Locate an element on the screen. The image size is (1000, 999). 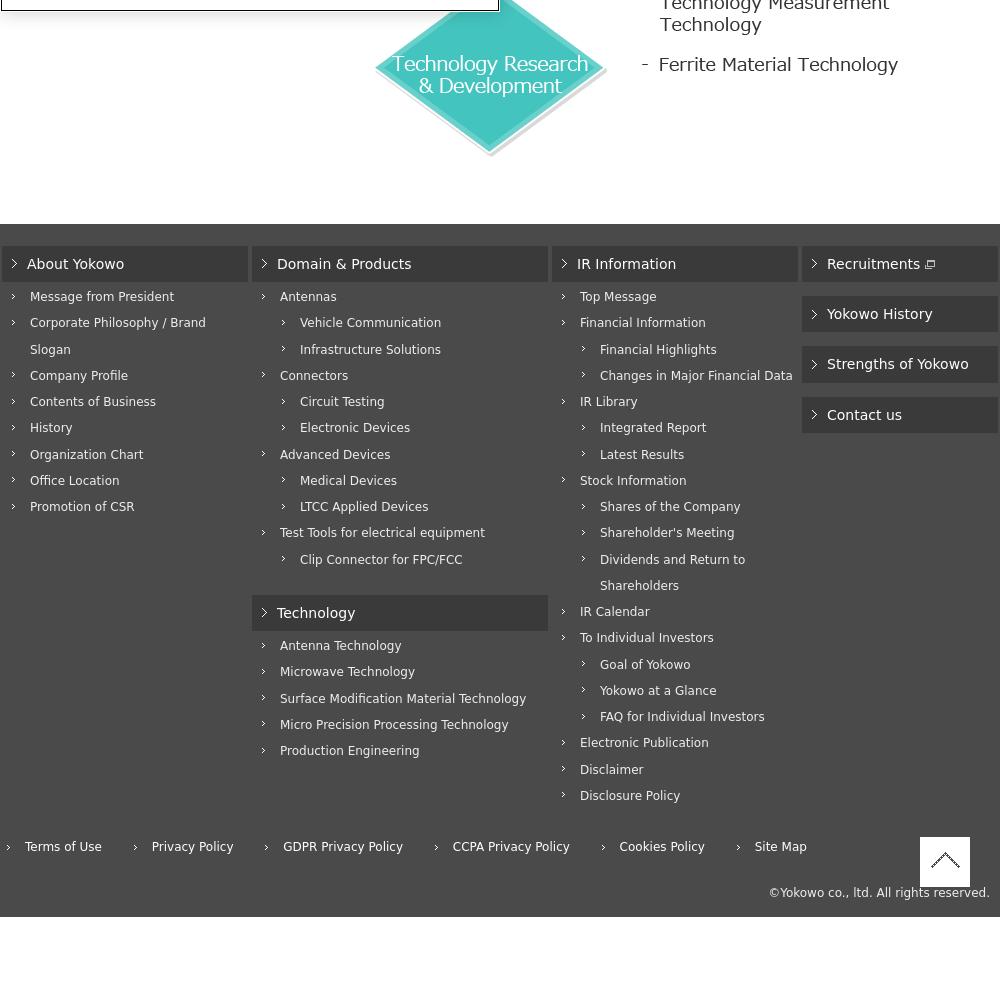
'Dividends and Return to Shareholders' is located at coordinates (672, 572).